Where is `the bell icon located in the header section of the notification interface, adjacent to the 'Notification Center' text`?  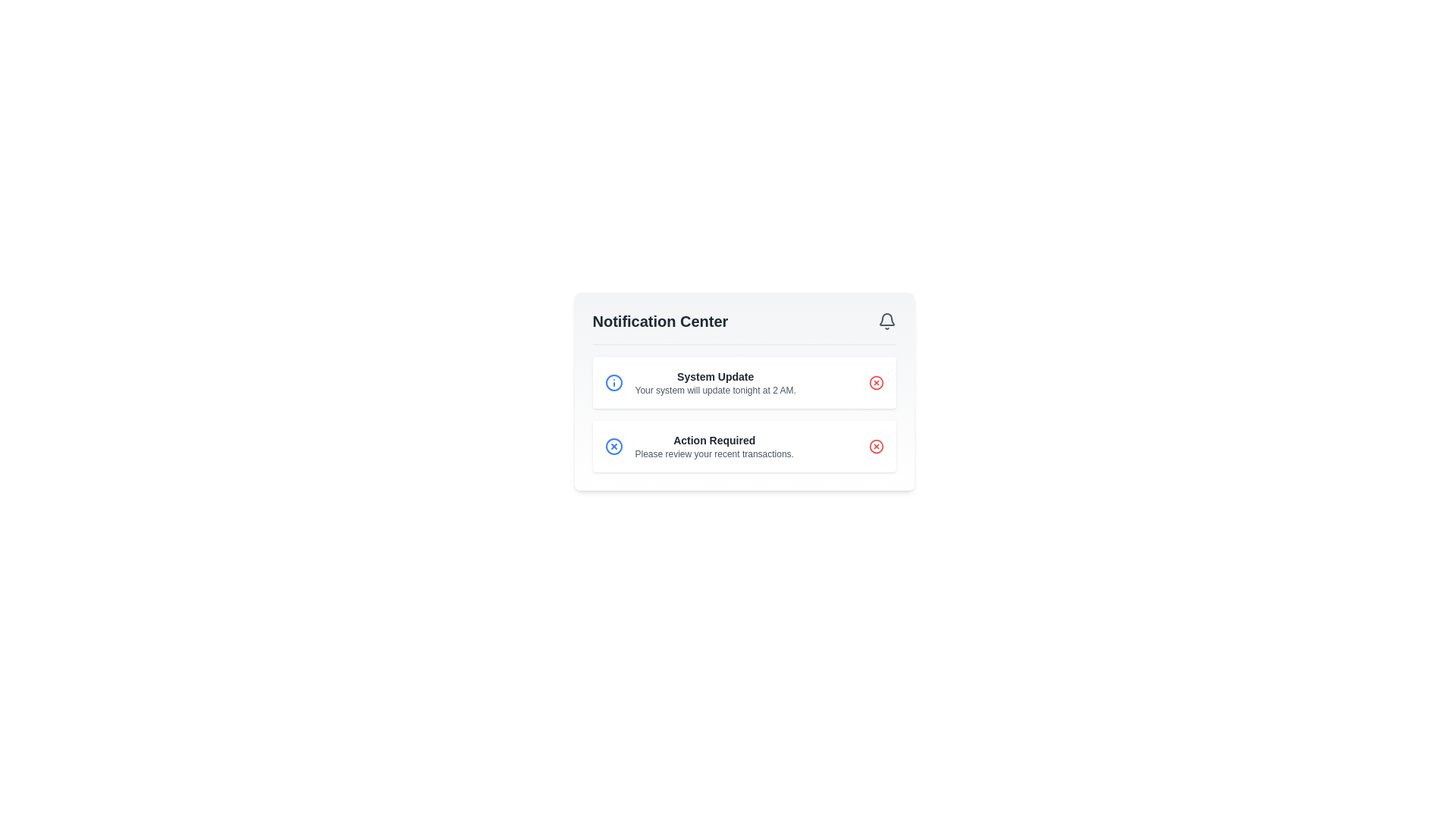
the bell icon located in the header section of the notification interface, adjacent to the 'Notification Center' text is located at coordinates (886, 321).